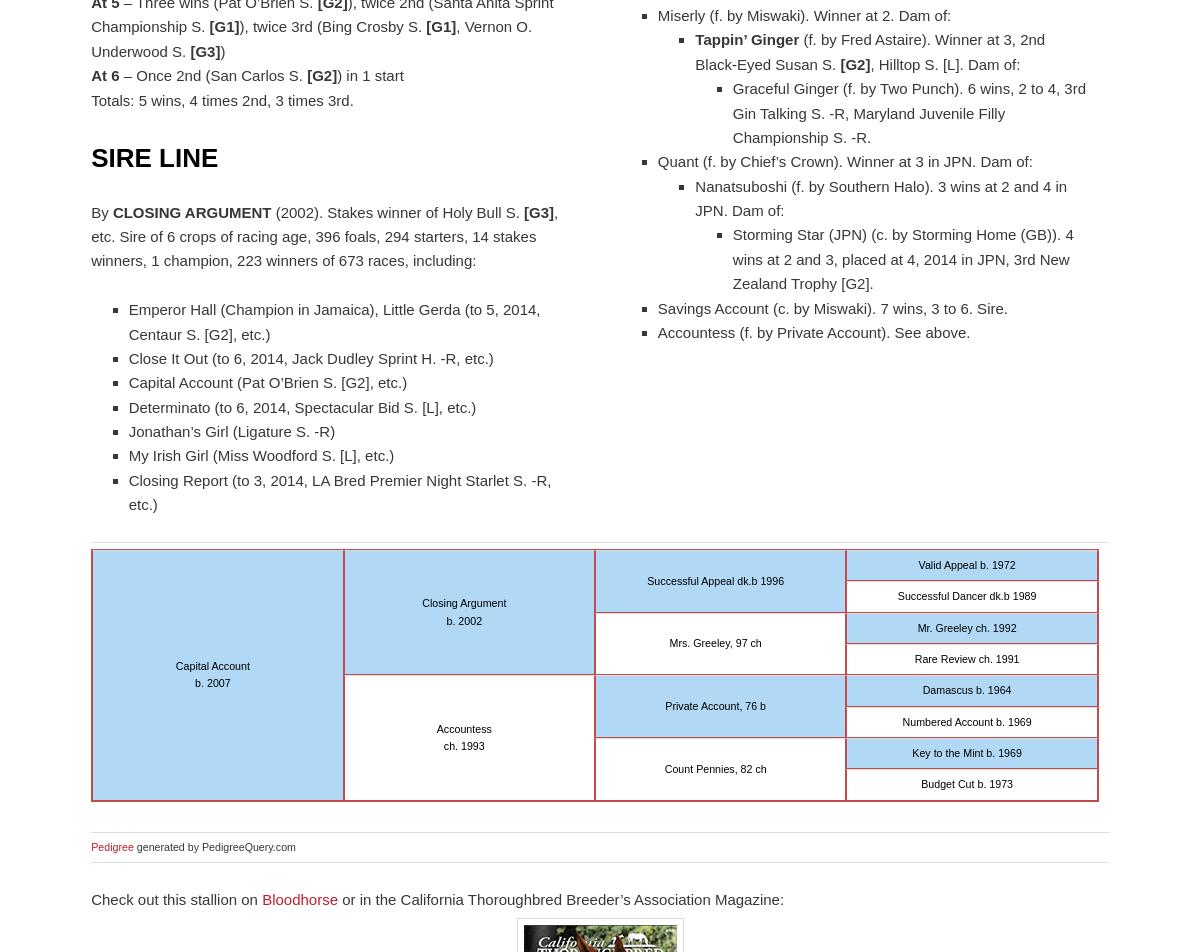 This screenshot has height=952, width=1200. Describe the element at coordinates (803, 15) in the screenshot. I see `'Miserly (f. by Miswaki). Winner at 2. Dam of:'` at that location.